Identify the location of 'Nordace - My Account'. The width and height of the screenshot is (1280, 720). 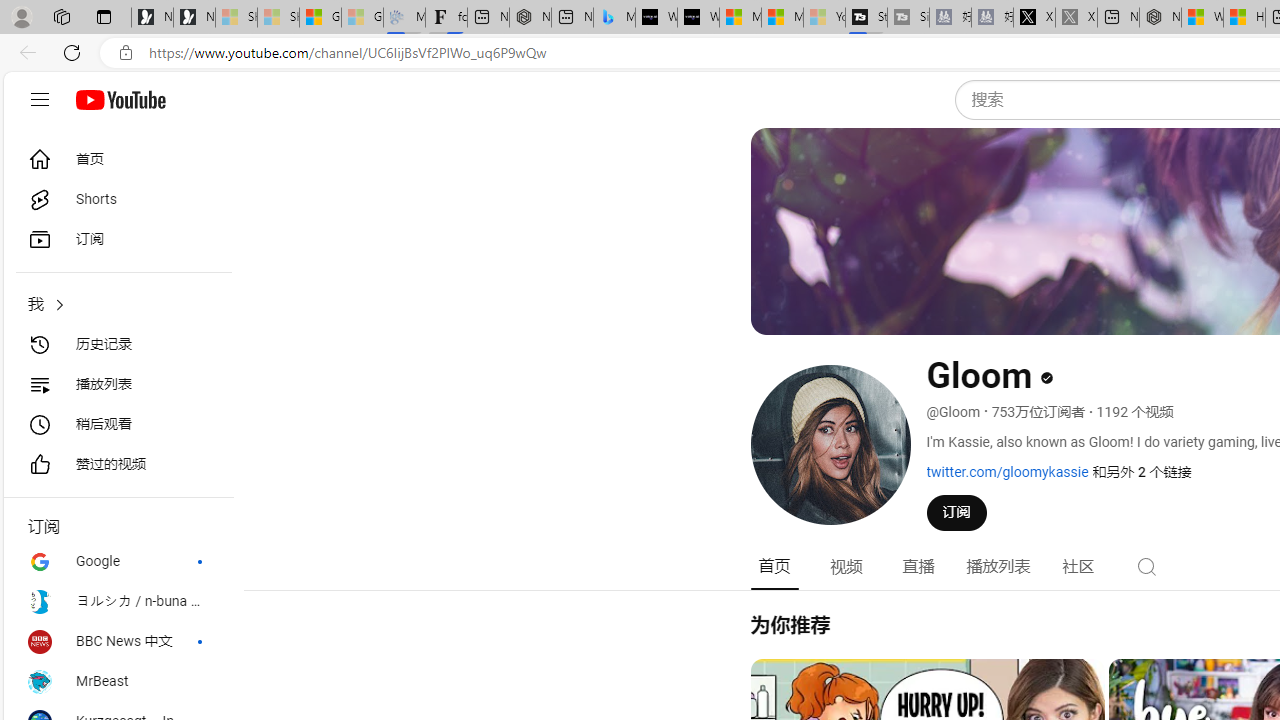
(1160, 17).